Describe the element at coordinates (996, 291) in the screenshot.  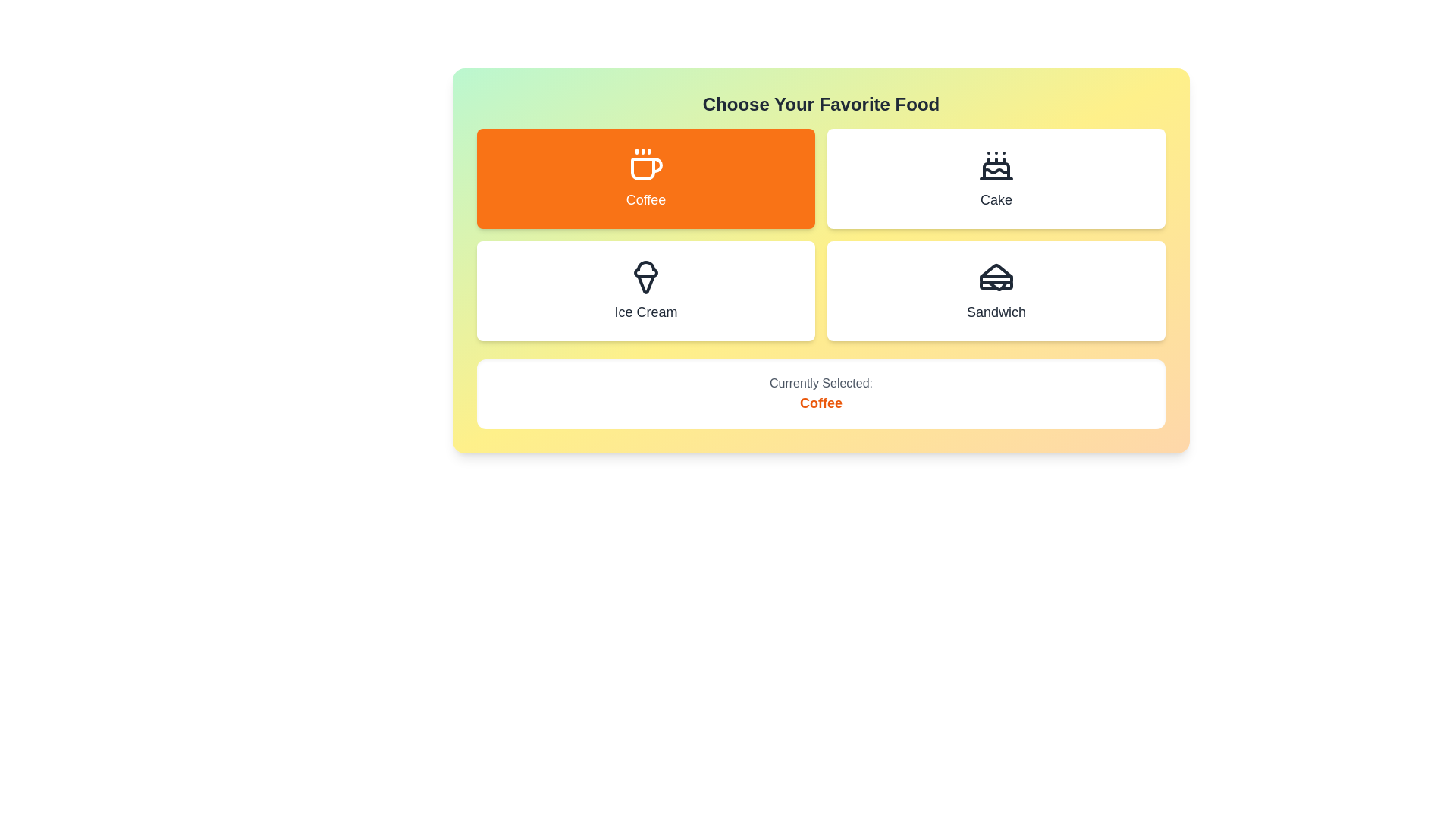
I see `the button corresponding to Sandwich to select it` at that location.